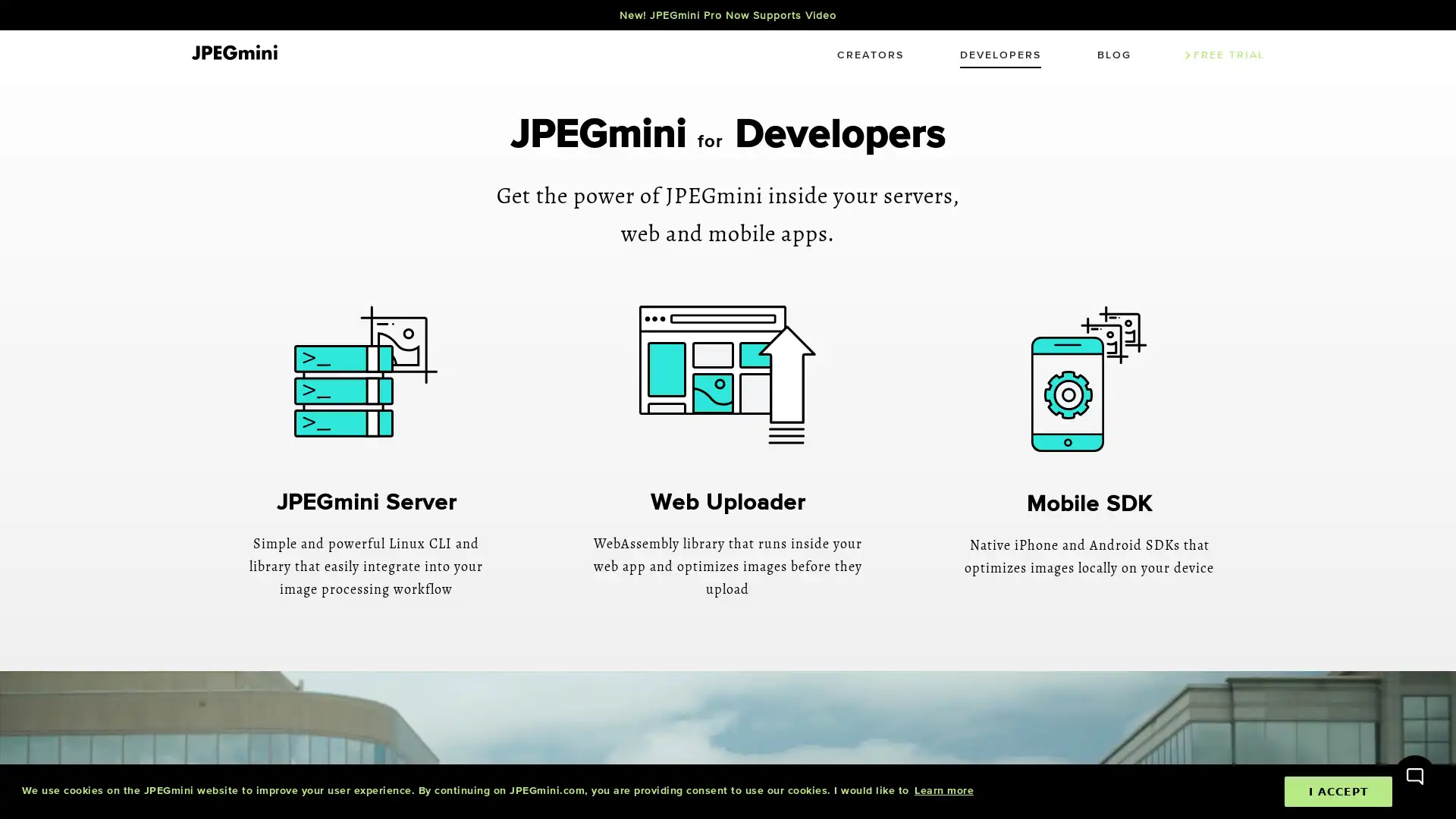 The height and width of the screenshot is (819, 1456). What do you see at coordinates (943, 790) in the screenshot?
I see `learn more about cookies` at bounding box center [943, 790].